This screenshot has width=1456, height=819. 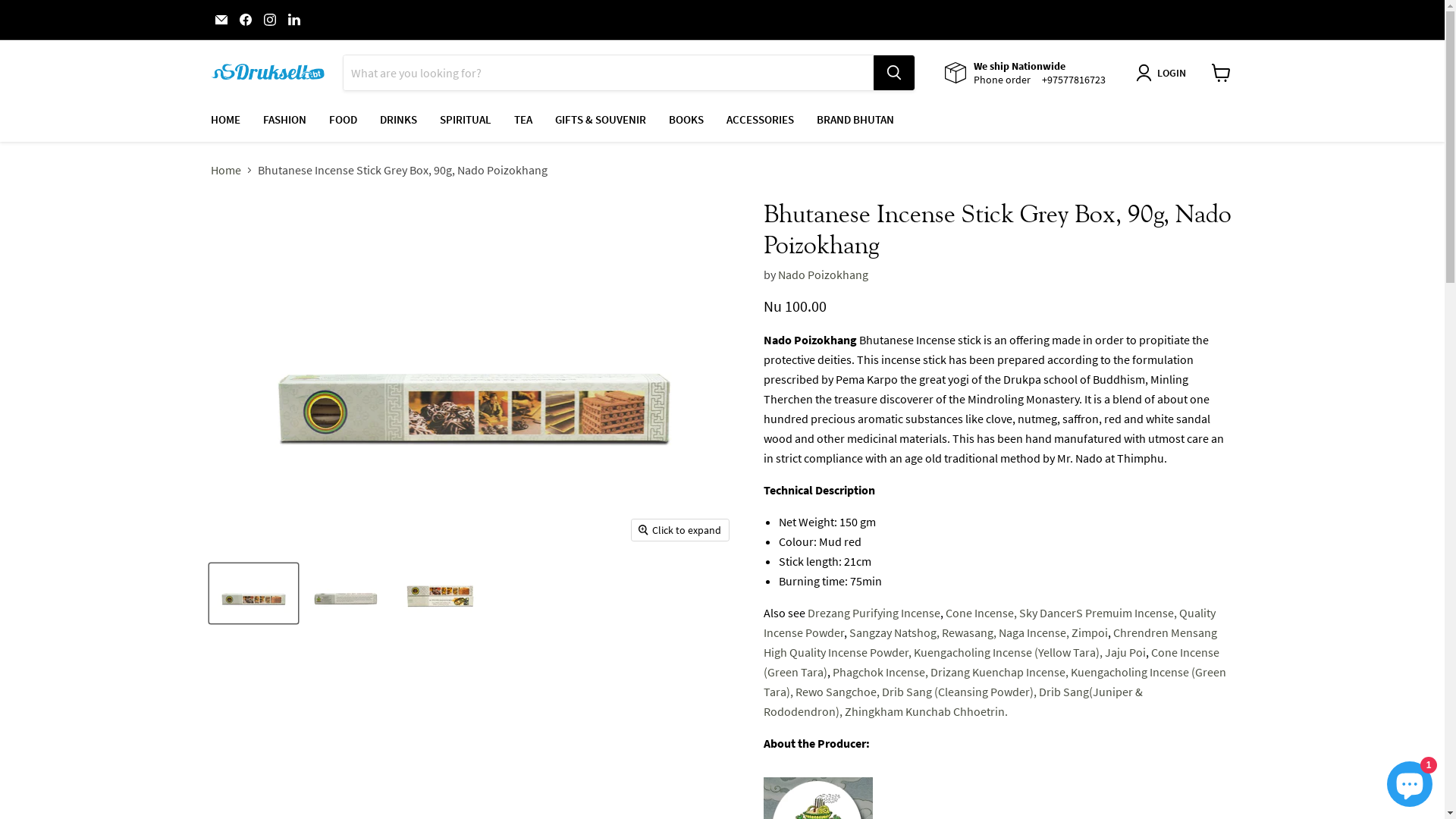 I want to click on 'Chrendren Mensang High Quality Incense Powder,', so click(x=990, y=642).